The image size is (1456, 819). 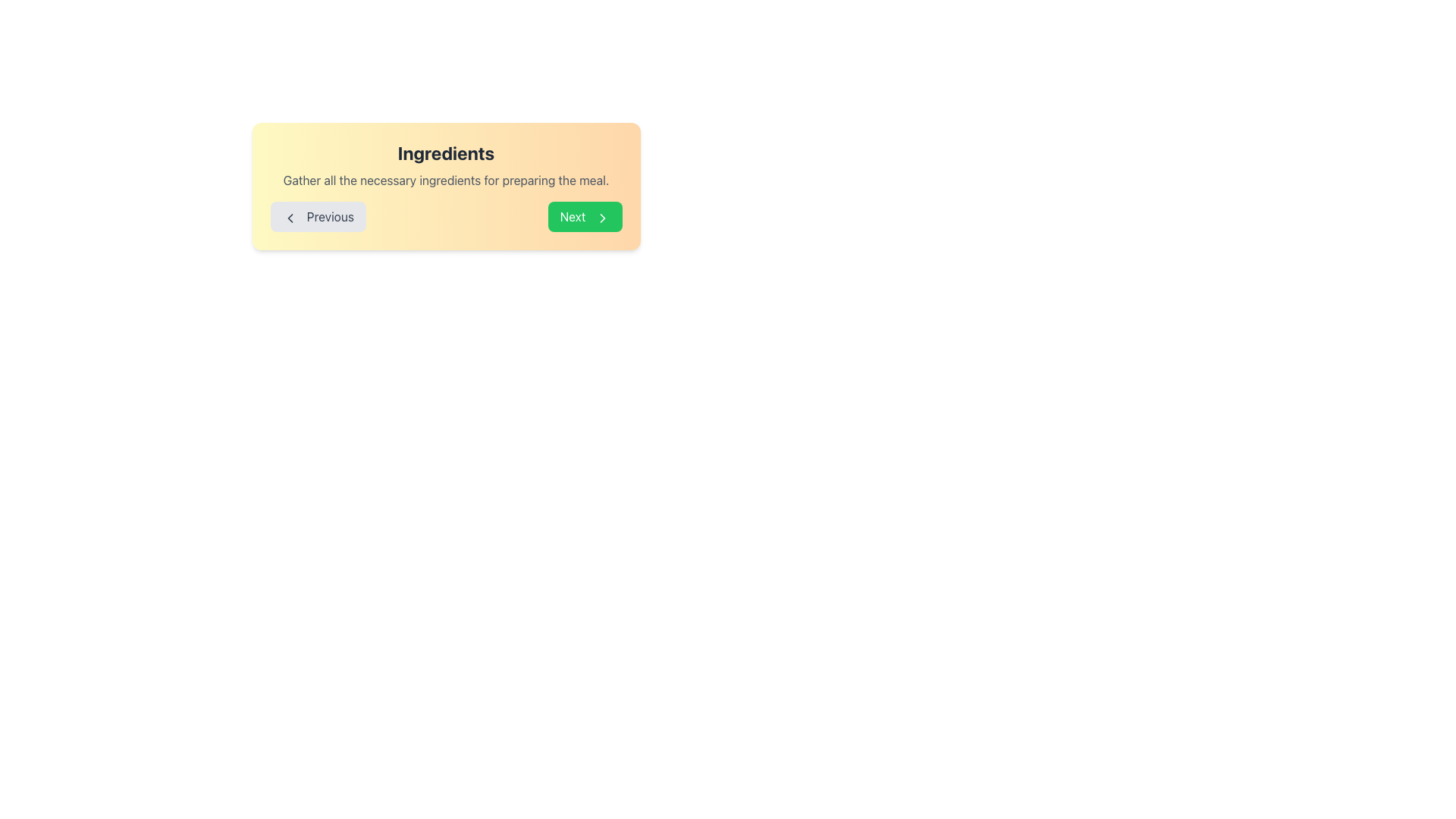 I want to click on the text label providing instructions related to the ingredients necessary for meal preparation, located directly below the 'Ingredients' heading, so click(x=445, y=180).